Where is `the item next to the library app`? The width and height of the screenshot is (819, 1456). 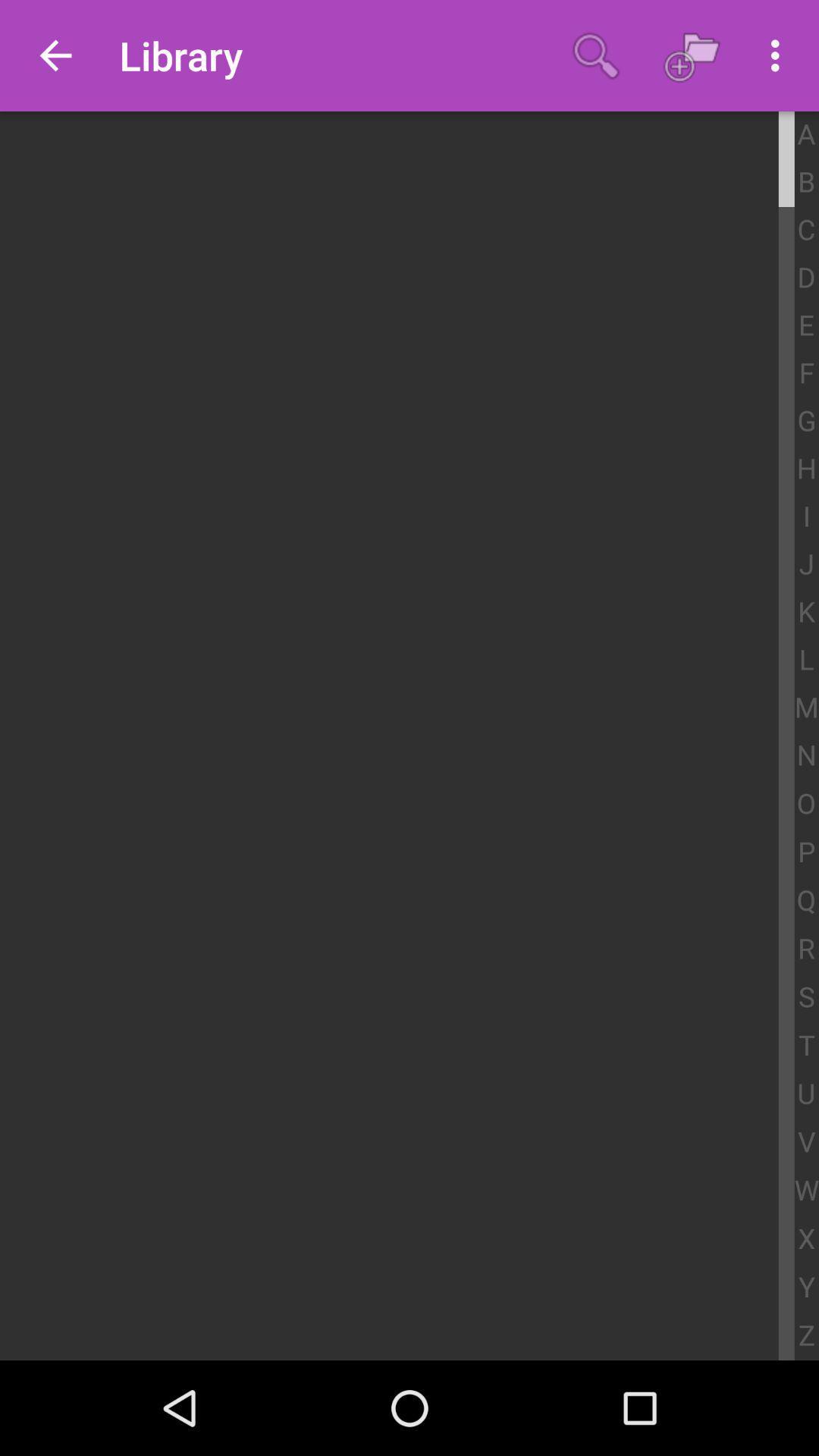
the item next to the library app is located at coordinates (55, 55).